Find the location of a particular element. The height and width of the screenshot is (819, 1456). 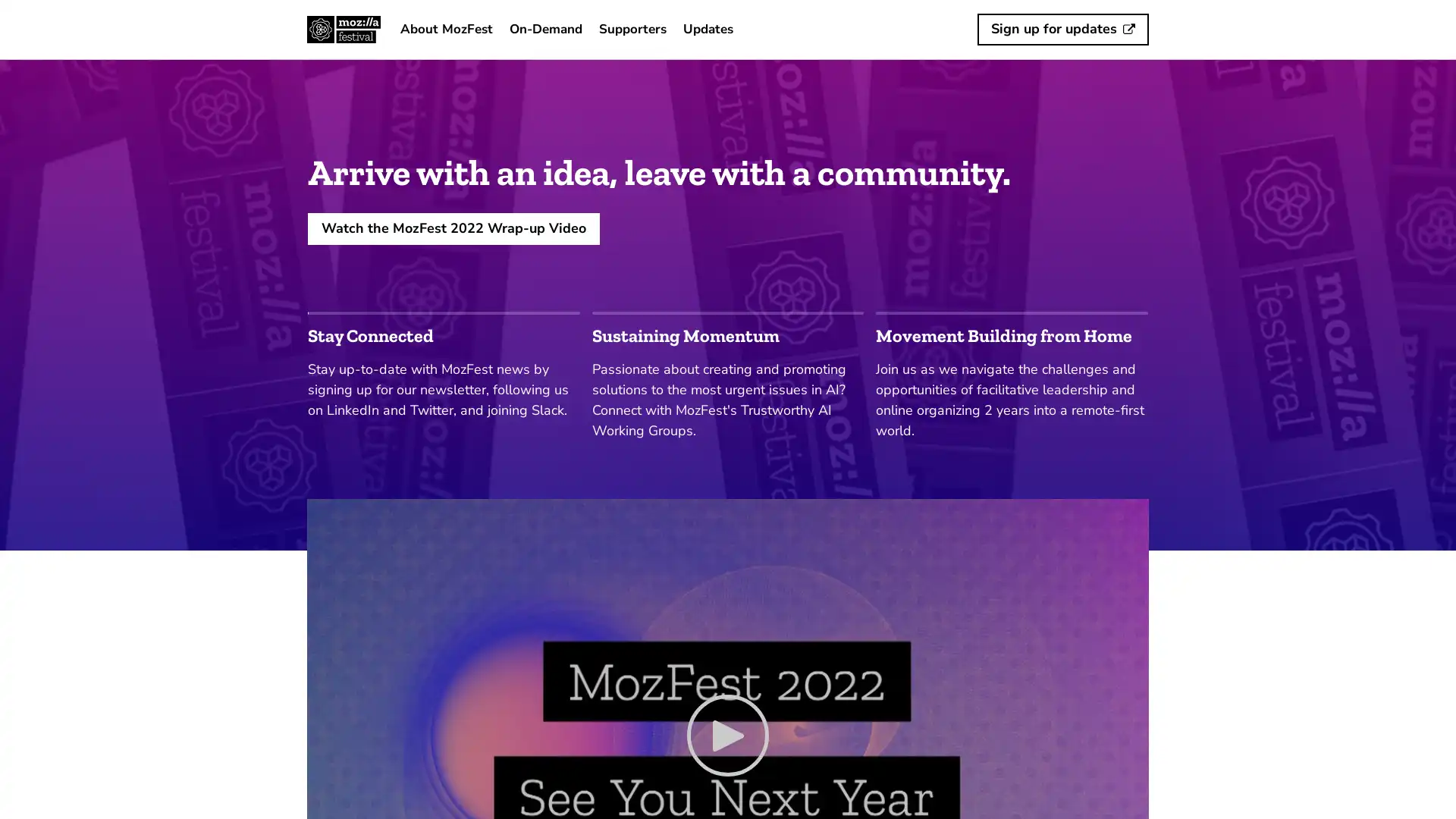

Go to slide 1 is located at coordinates (443, 312).